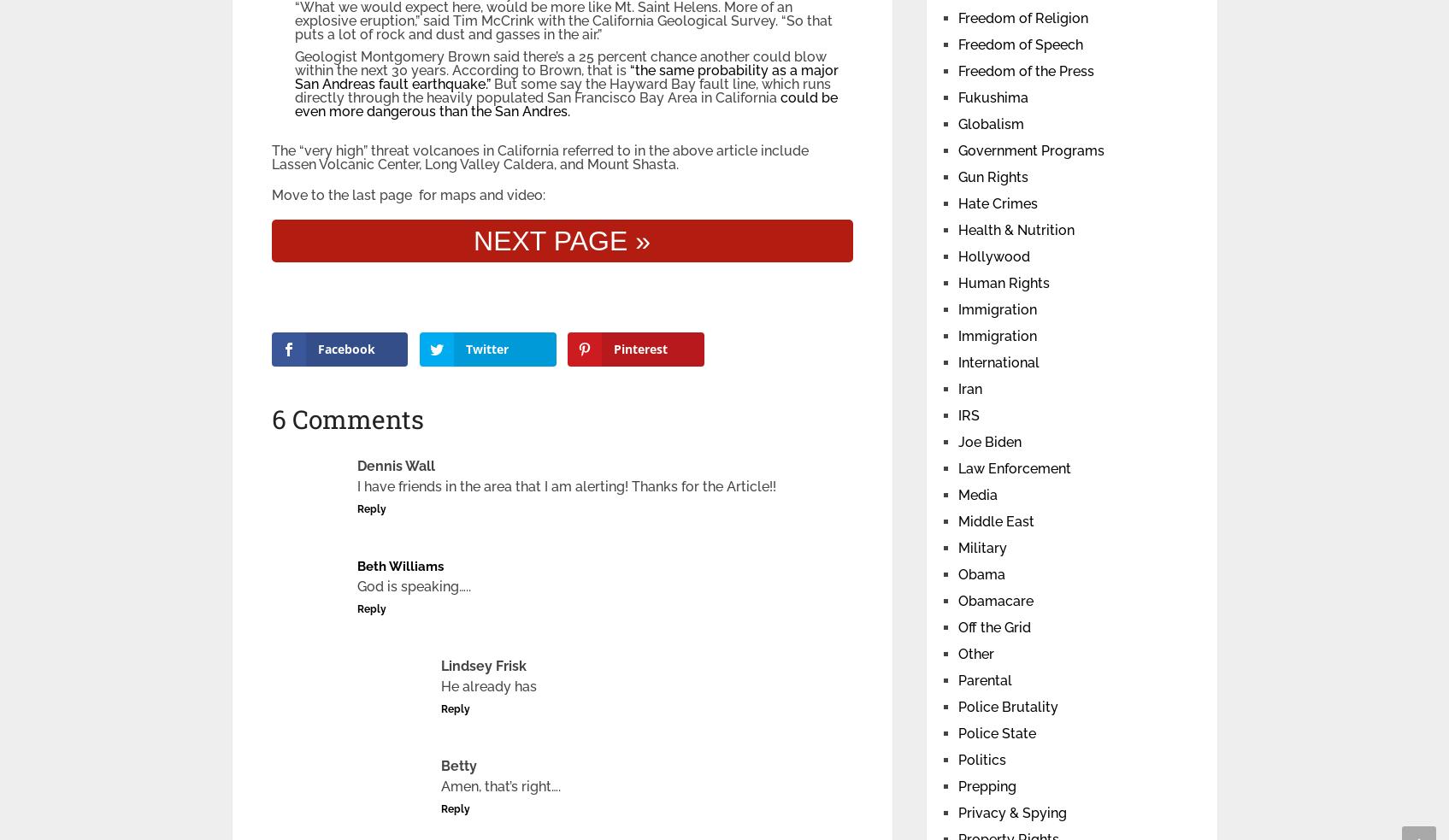 The height and width of the screenshot is (840, 1449). I want to click on 'Obama', so click(980, 573).